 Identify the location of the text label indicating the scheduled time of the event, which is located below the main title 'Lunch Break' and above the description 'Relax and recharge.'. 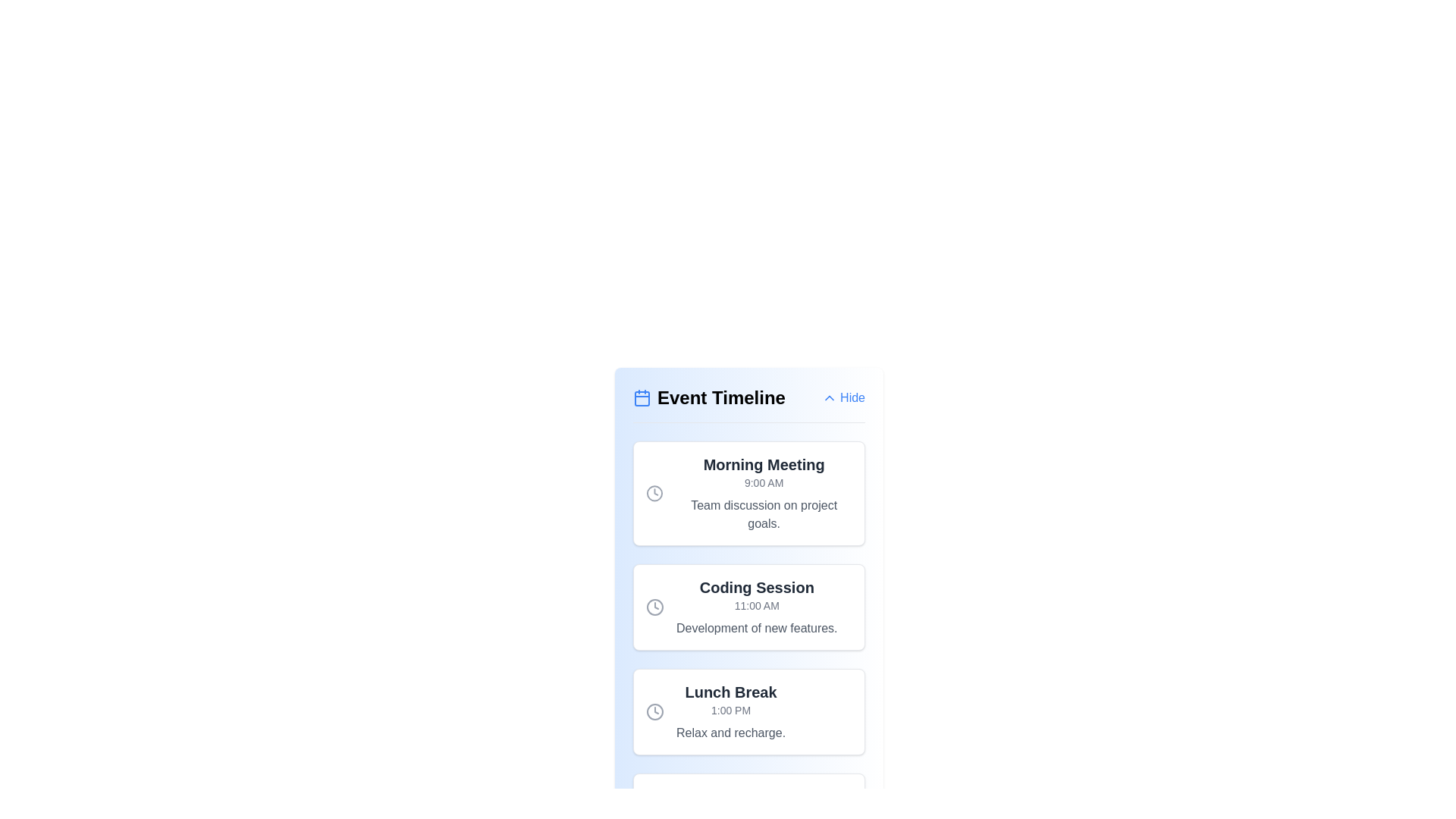
(731, 711).